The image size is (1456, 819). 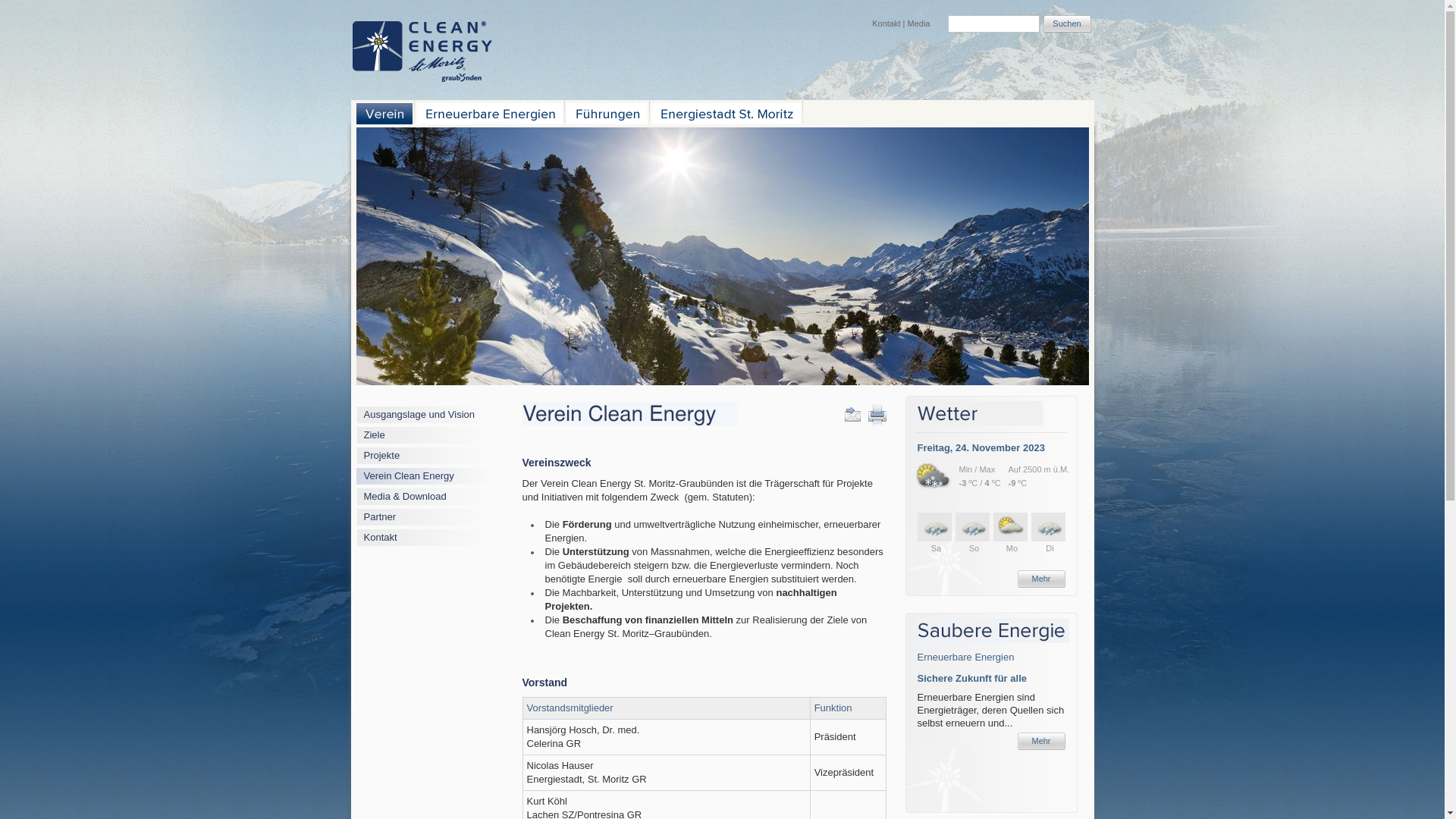 I want to click on 'Erneuerbare Energien', so click(x=965, y=656).